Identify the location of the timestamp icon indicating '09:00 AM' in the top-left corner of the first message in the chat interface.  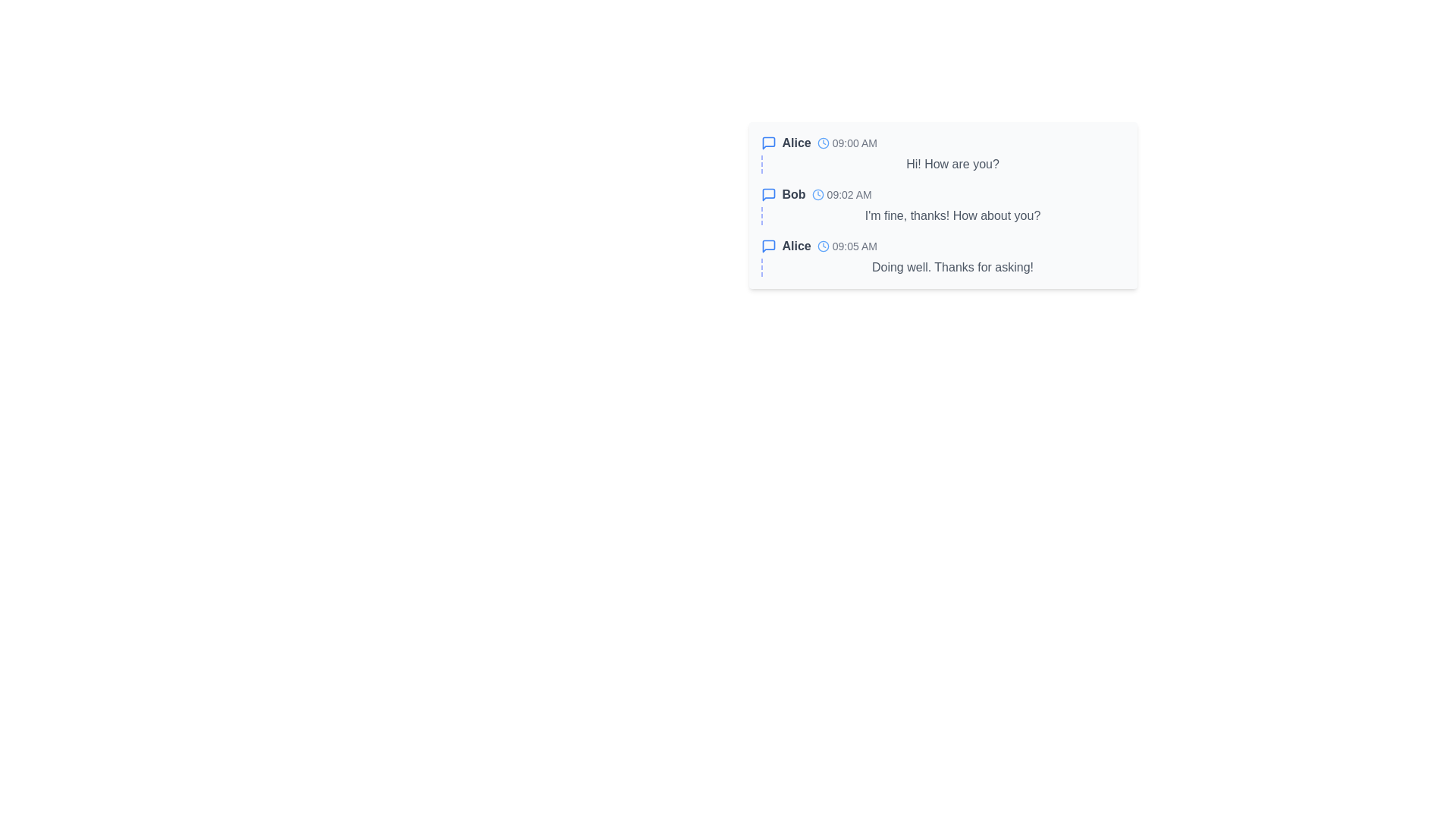
(822, 143).